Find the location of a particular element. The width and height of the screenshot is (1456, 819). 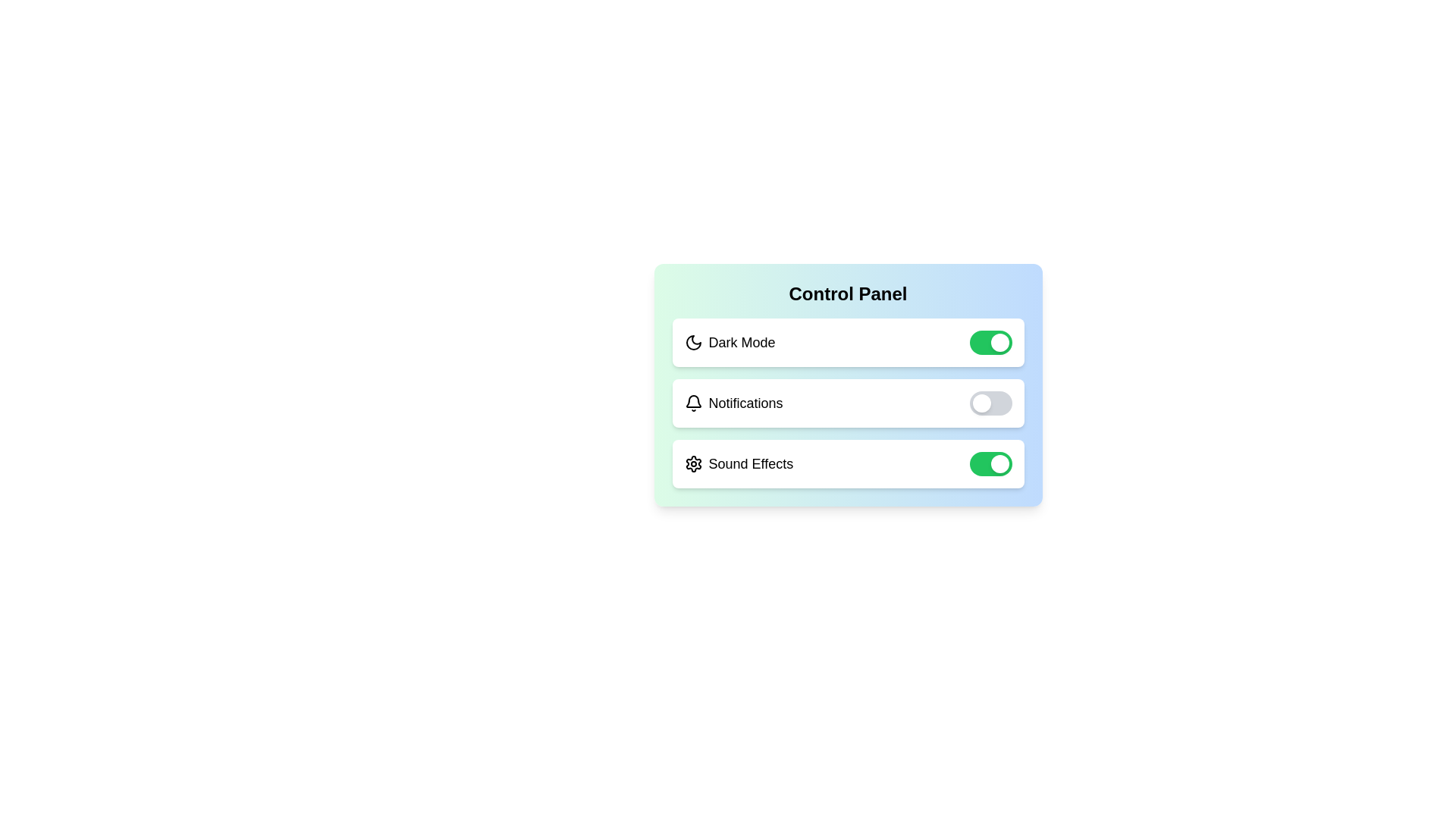

the text label Sound Effects to select it is located at coordinates (751, 463).